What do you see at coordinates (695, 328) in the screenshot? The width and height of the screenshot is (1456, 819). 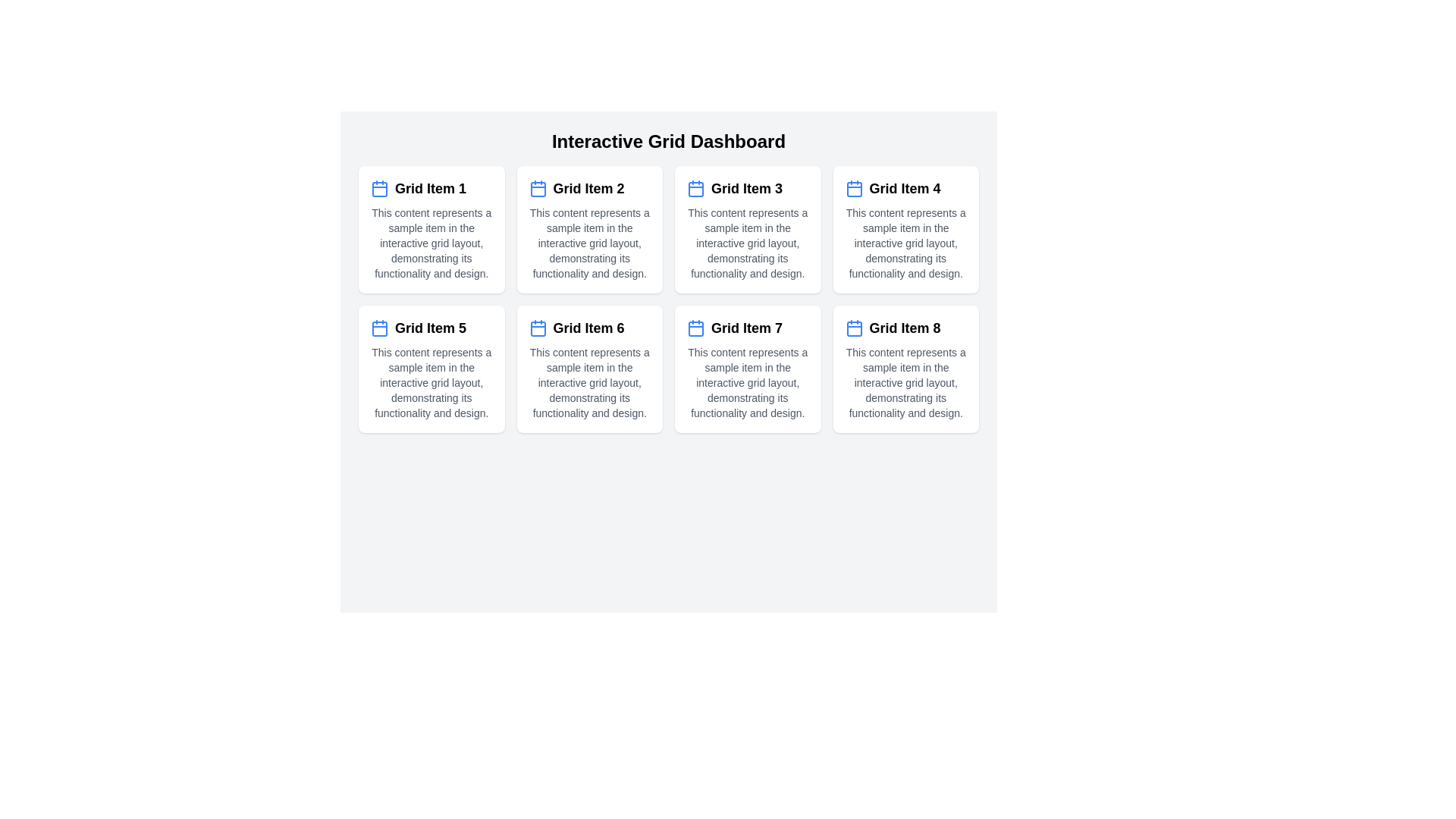 I see `the decorative graphic element that is part of the calendar icon within 'Grid Item 7', which is marked with a red indication` at bounding box center [695, 328].